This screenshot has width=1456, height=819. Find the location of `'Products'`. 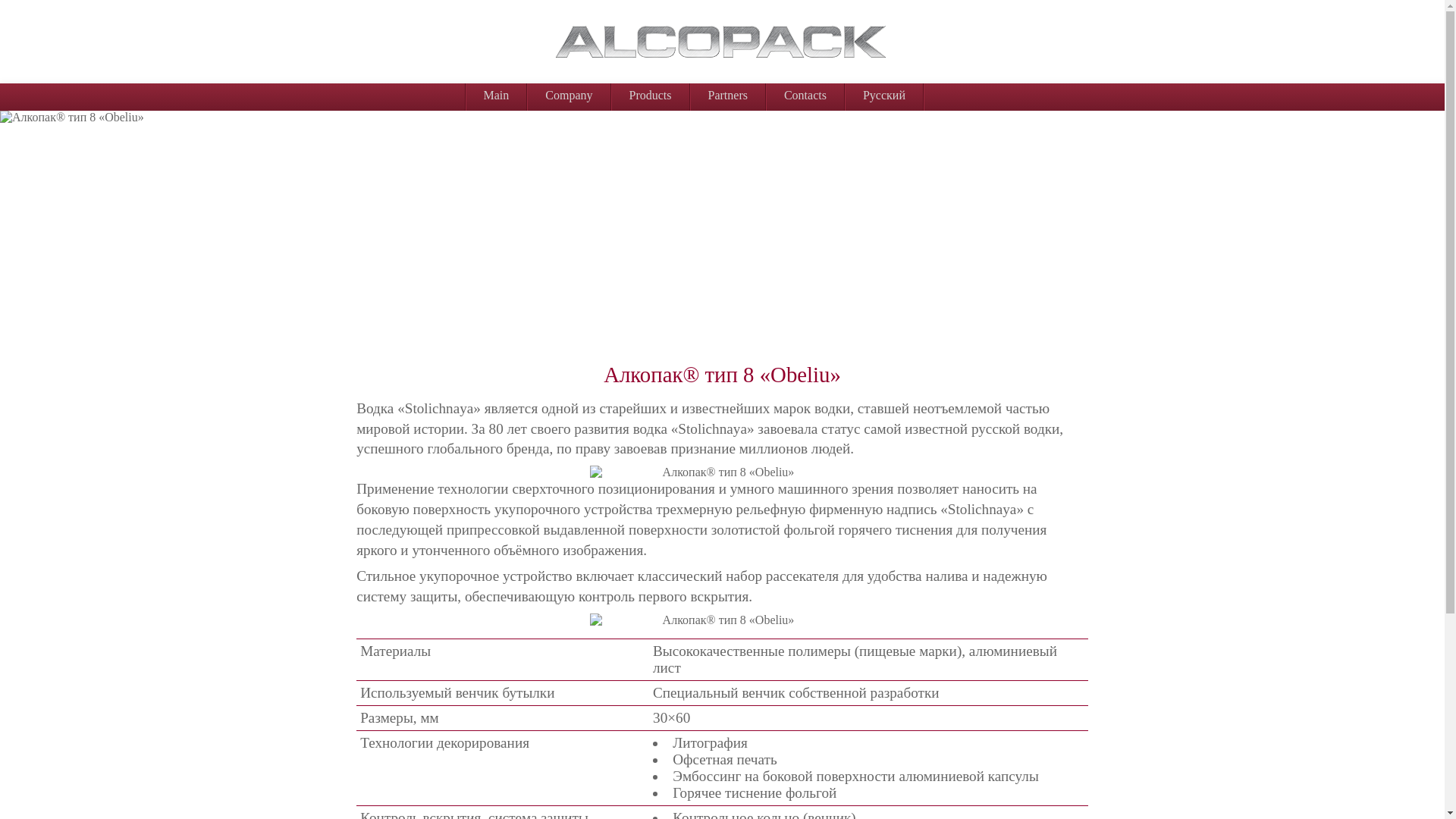

'Products' is located at coordinates (611, 96).